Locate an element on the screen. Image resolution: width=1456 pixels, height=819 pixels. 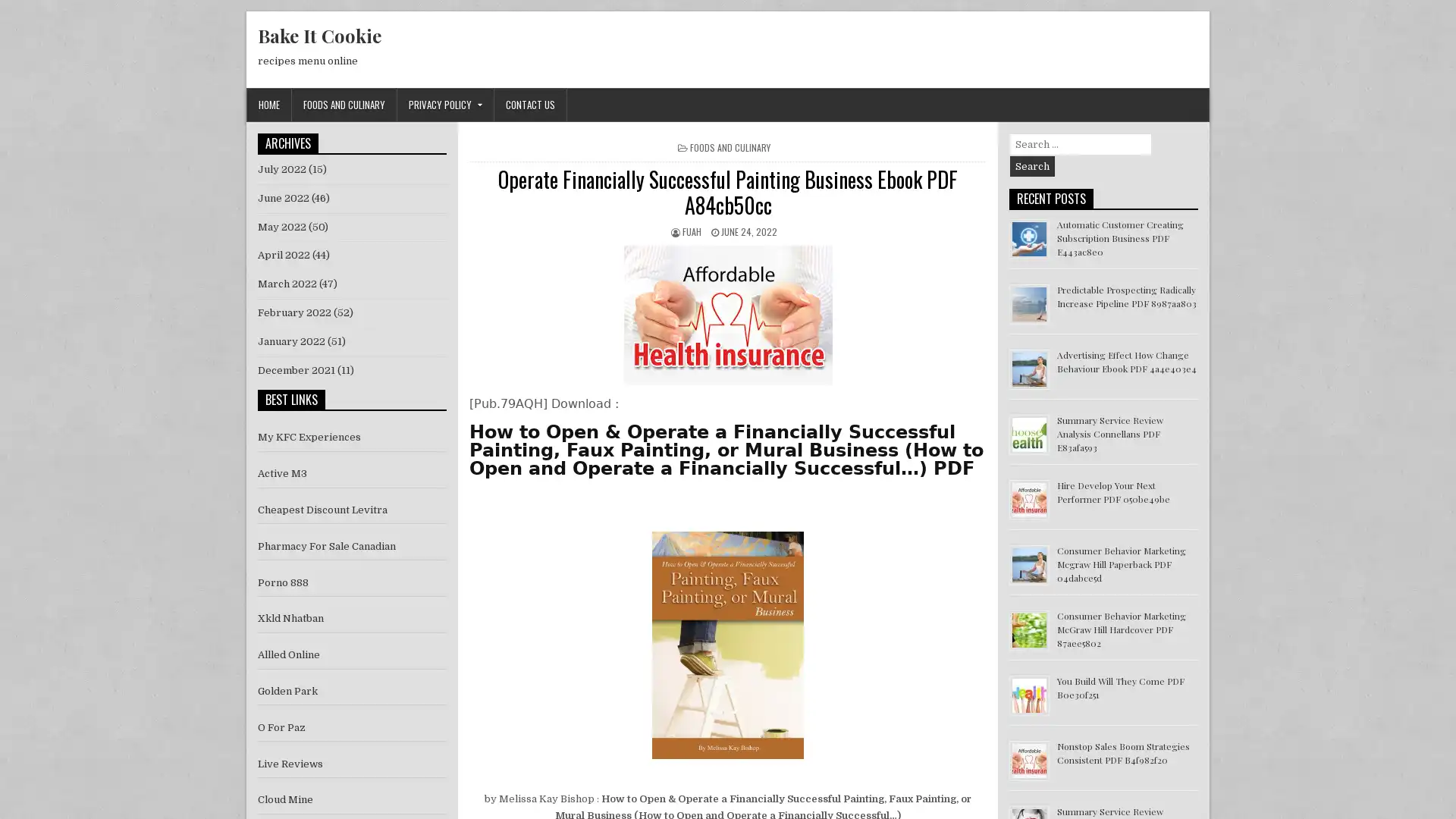
Search is located at coordinates (1031, 166).